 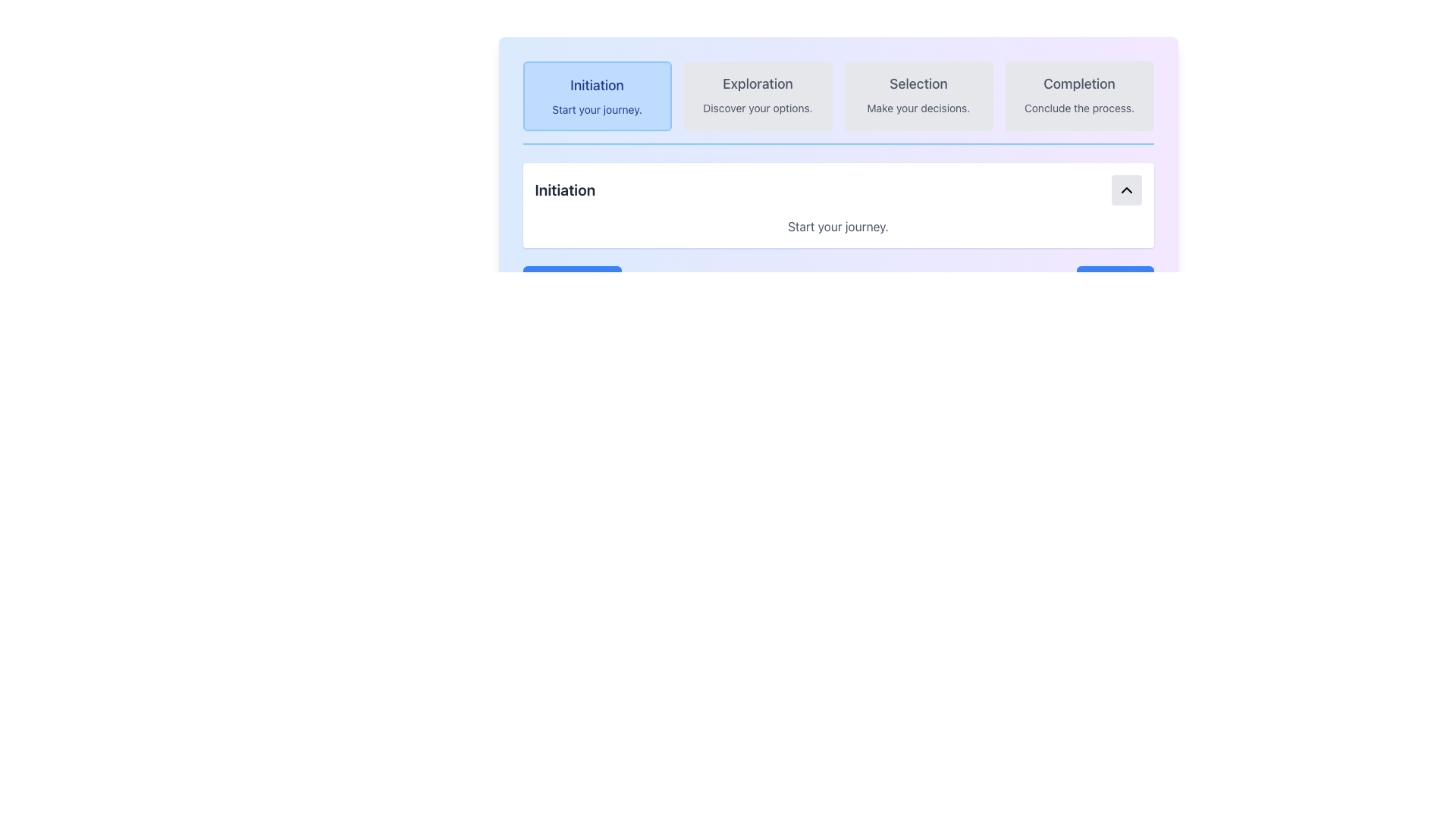 I want to click on text content of the label 'Initiation' which is displayed in blue color within a larger rounded button-like component, so click(x=596, y=85).